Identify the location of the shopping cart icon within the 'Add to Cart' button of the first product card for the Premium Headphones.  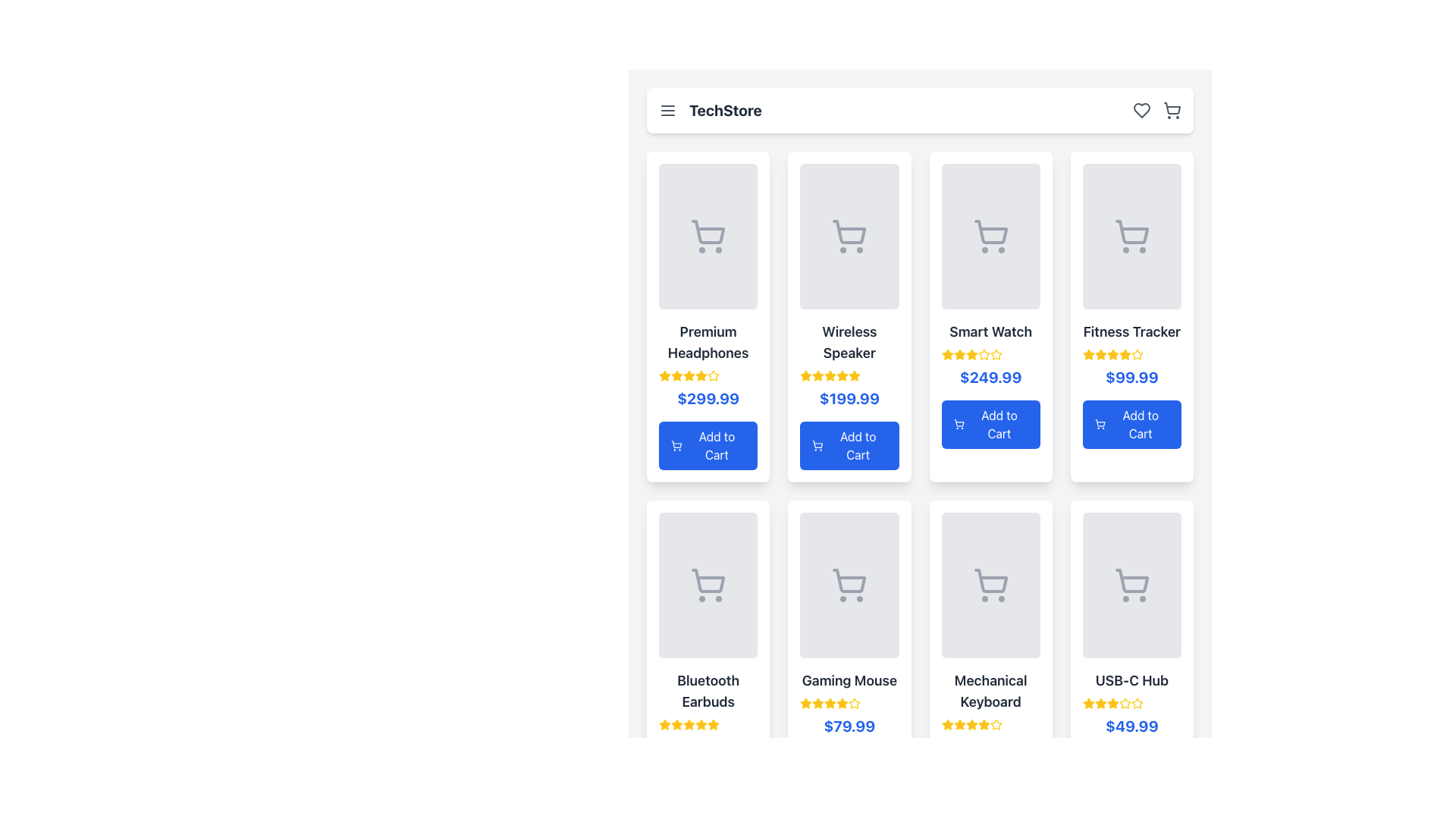
(676, 444).